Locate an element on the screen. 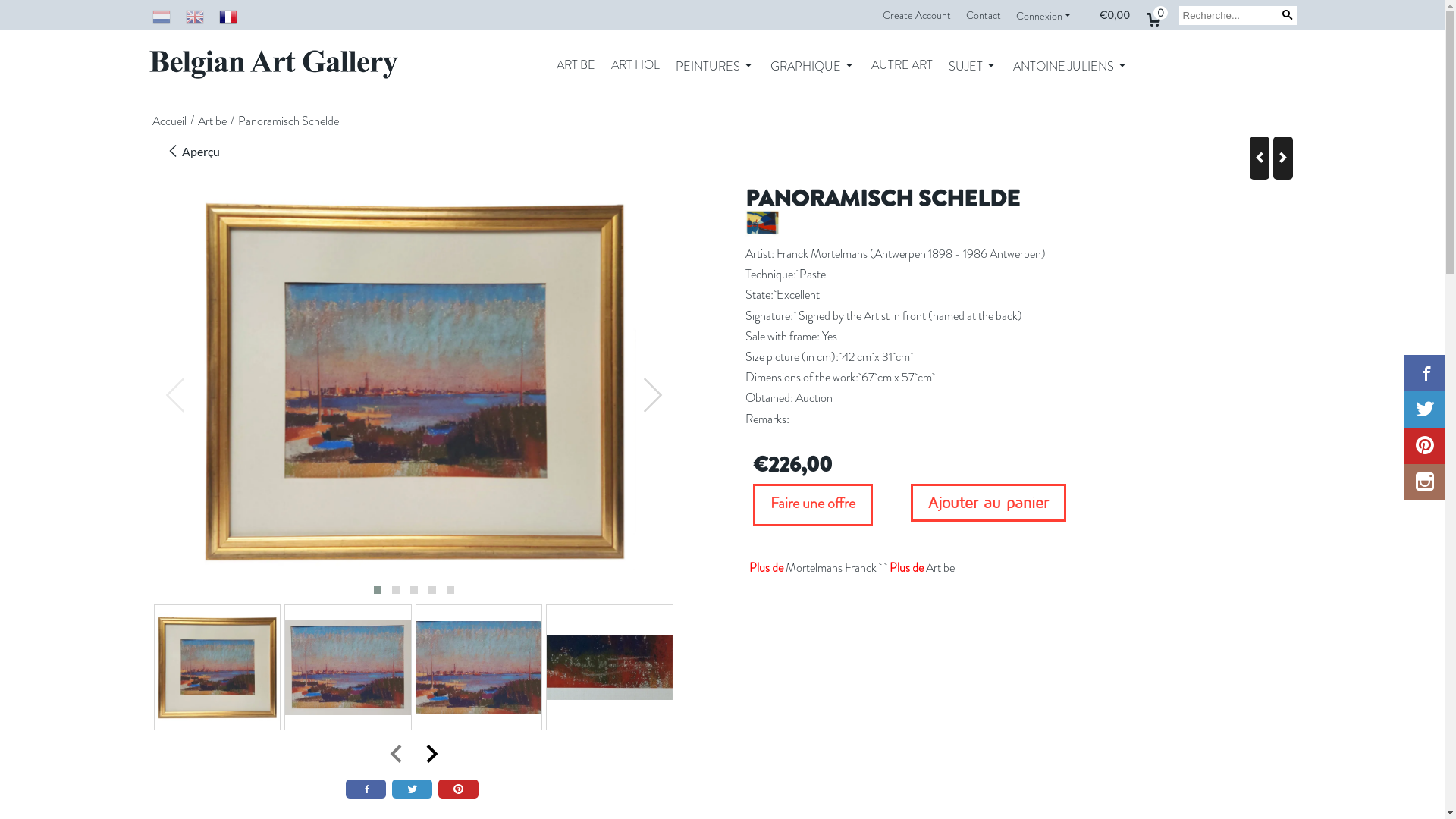 The image size is (1456, 819). 'Plus de Mortelmans Franck' is located at coordinates (813, 567).